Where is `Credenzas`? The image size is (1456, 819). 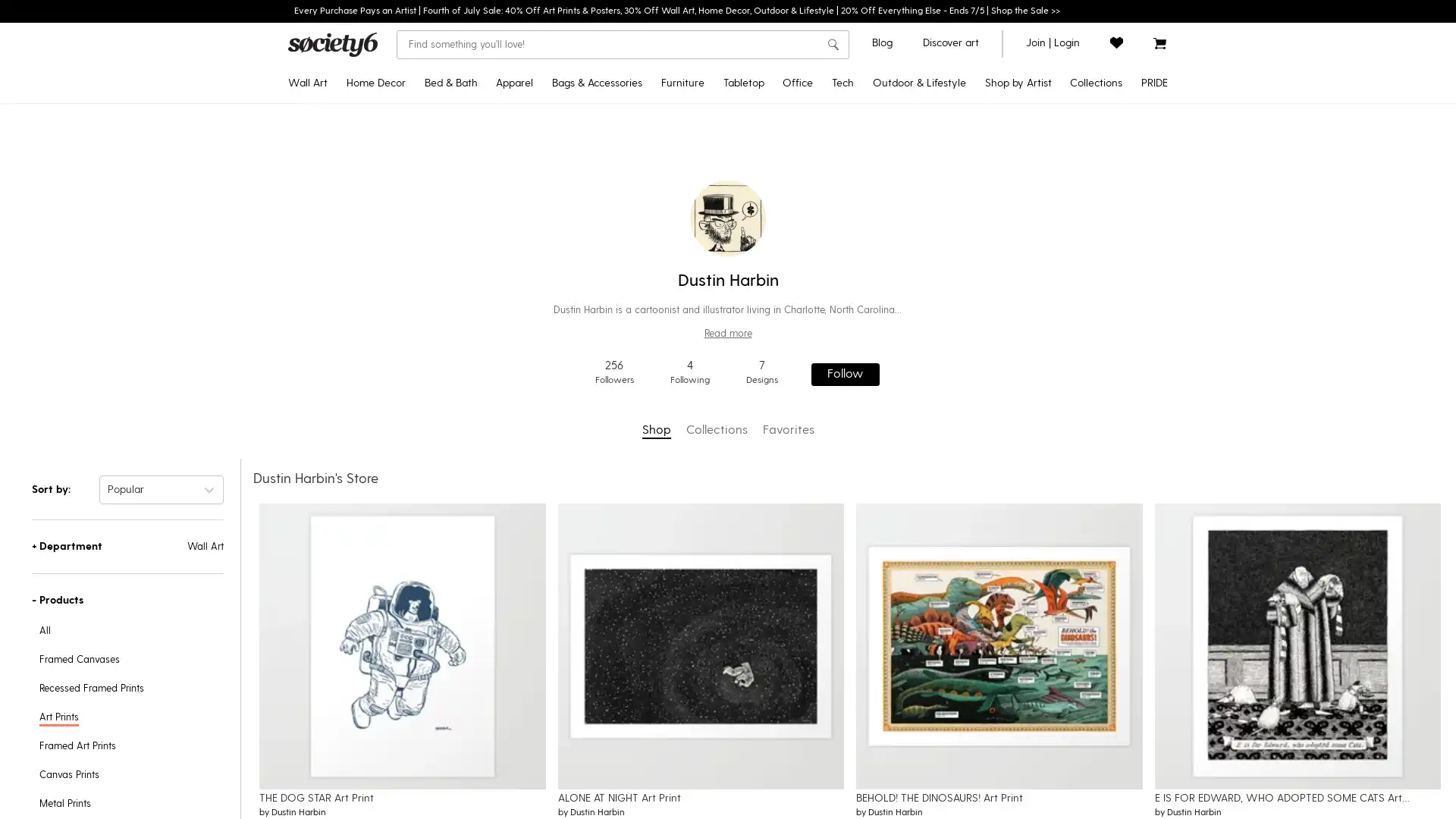
Credenzas is located at coordinates (708, 121).